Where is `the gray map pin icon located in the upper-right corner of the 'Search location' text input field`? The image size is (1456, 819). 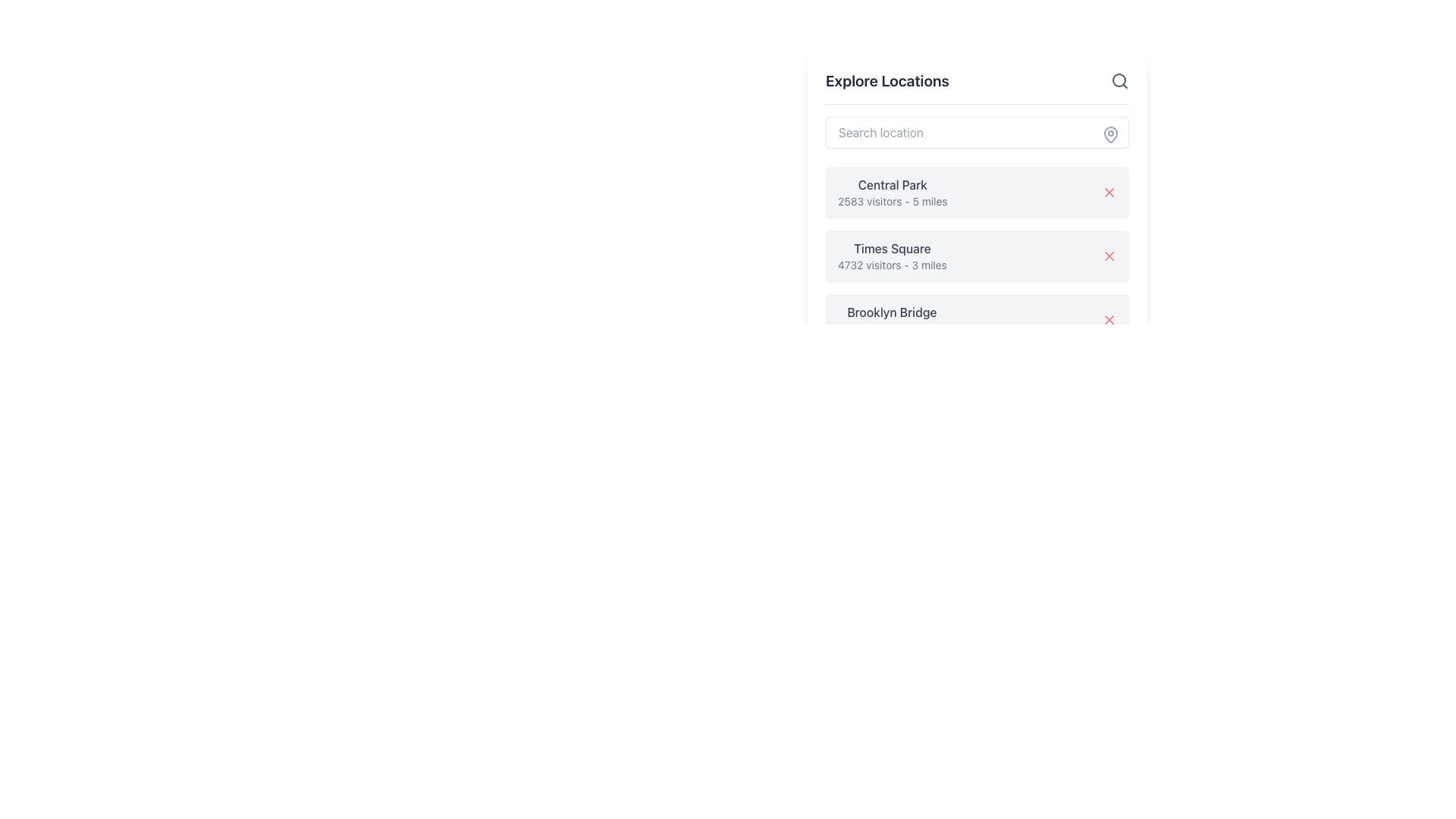
the gray map pin icon located in the upper-right corner of the 'Search location' text input field is located at coordinates (1110, 133).